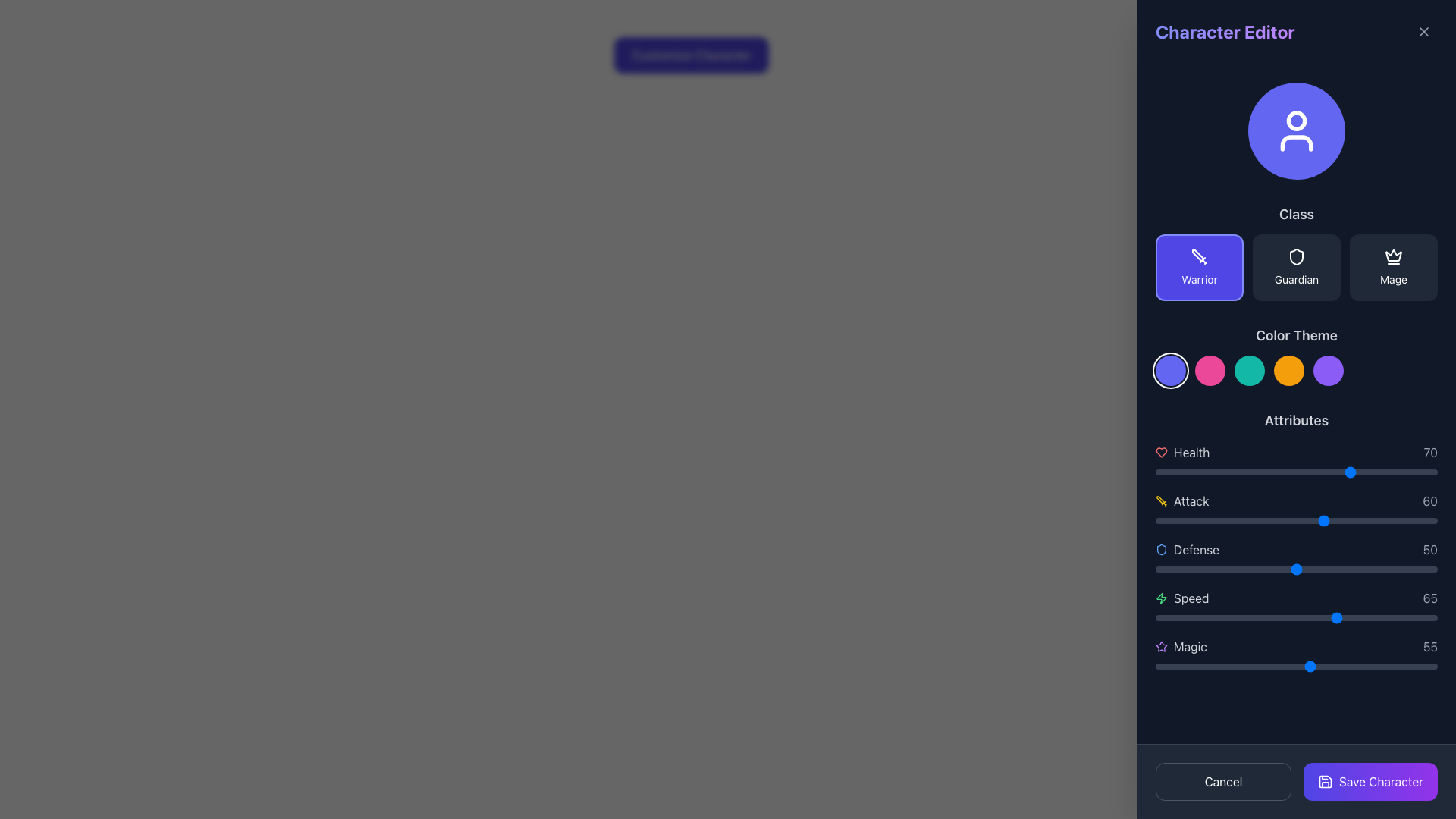 The height and width of the screenshot is (819, 1456). I want to click on the button labeled 'Guardian' which has a dark background, white border, and a shield icon, so click(1295, 251).